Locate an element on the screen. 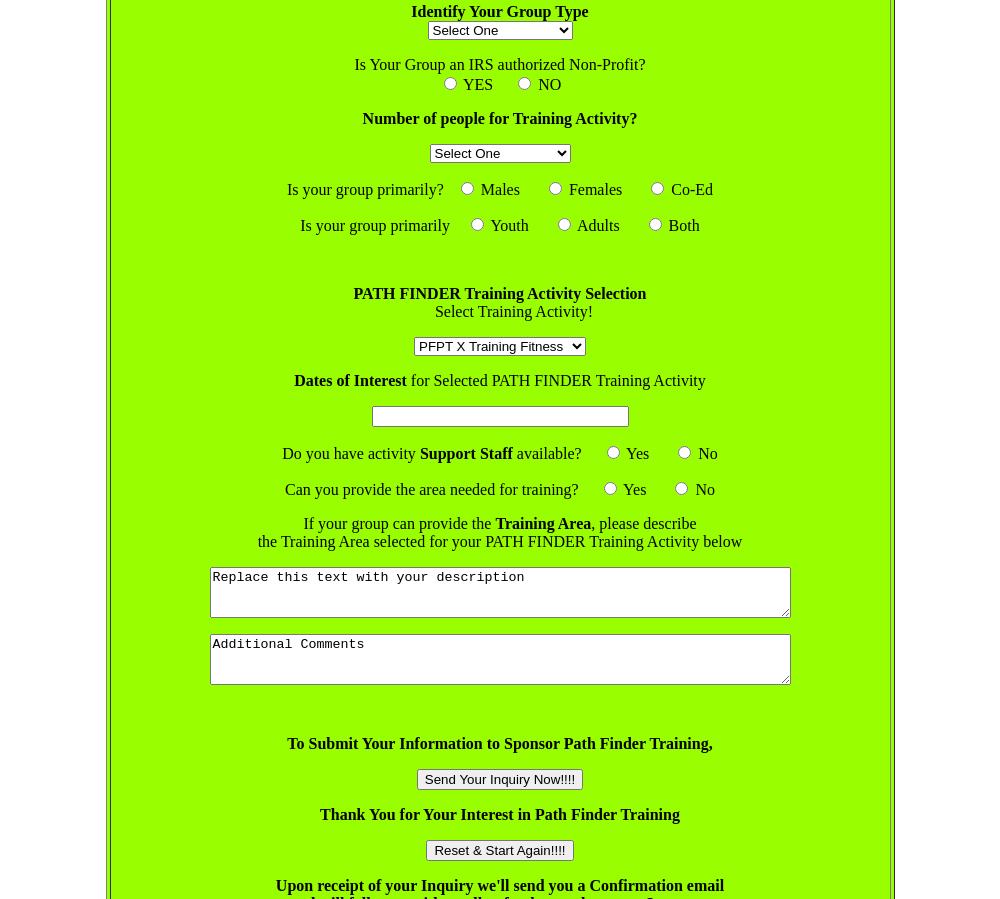 Image resolution: width=1000 pixels, height=899 pixels. 'Adults' is located at coordinates (607, 225).